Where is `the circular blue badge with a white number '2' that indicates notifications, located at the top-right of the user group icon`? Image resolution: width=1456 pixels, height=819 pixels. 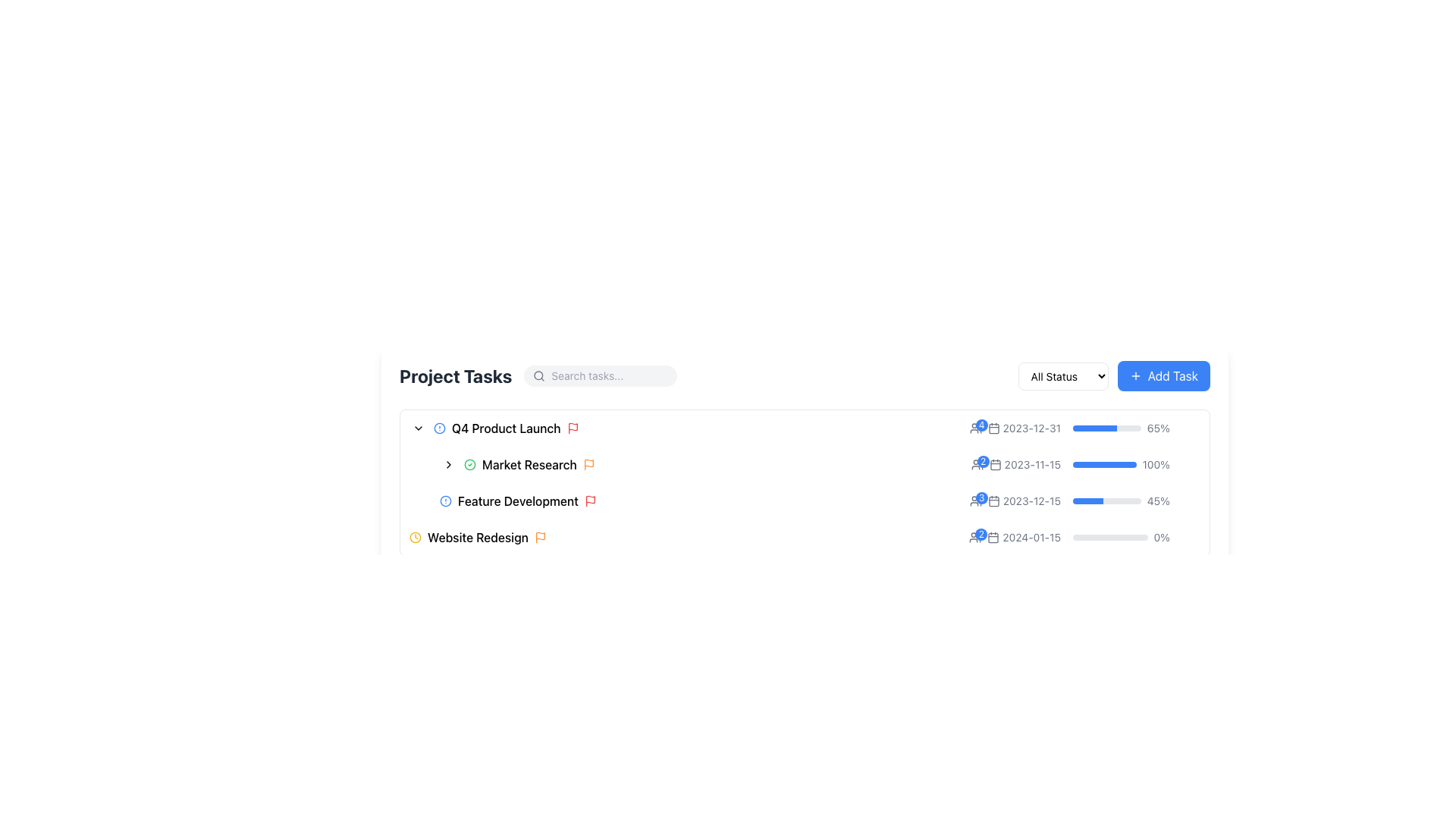 the circular blue badge with a white number '2' that indicates notifications, located at the top-right of the user group icon is located at coordinates (981, 534).